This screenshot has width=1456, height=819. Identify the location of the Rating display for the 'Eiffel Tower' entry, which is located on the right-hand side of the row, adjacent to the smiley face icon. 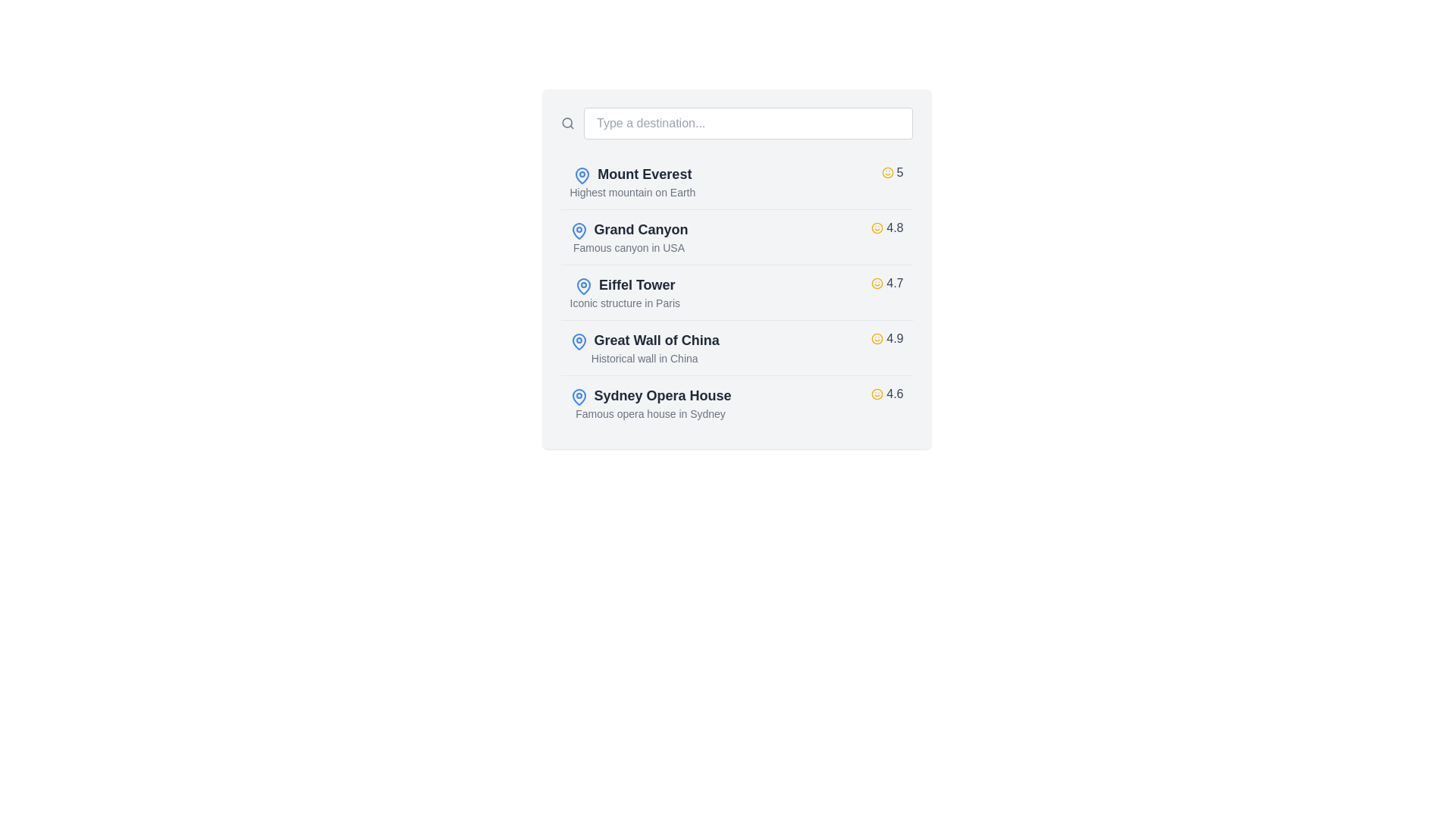
(887, 284).